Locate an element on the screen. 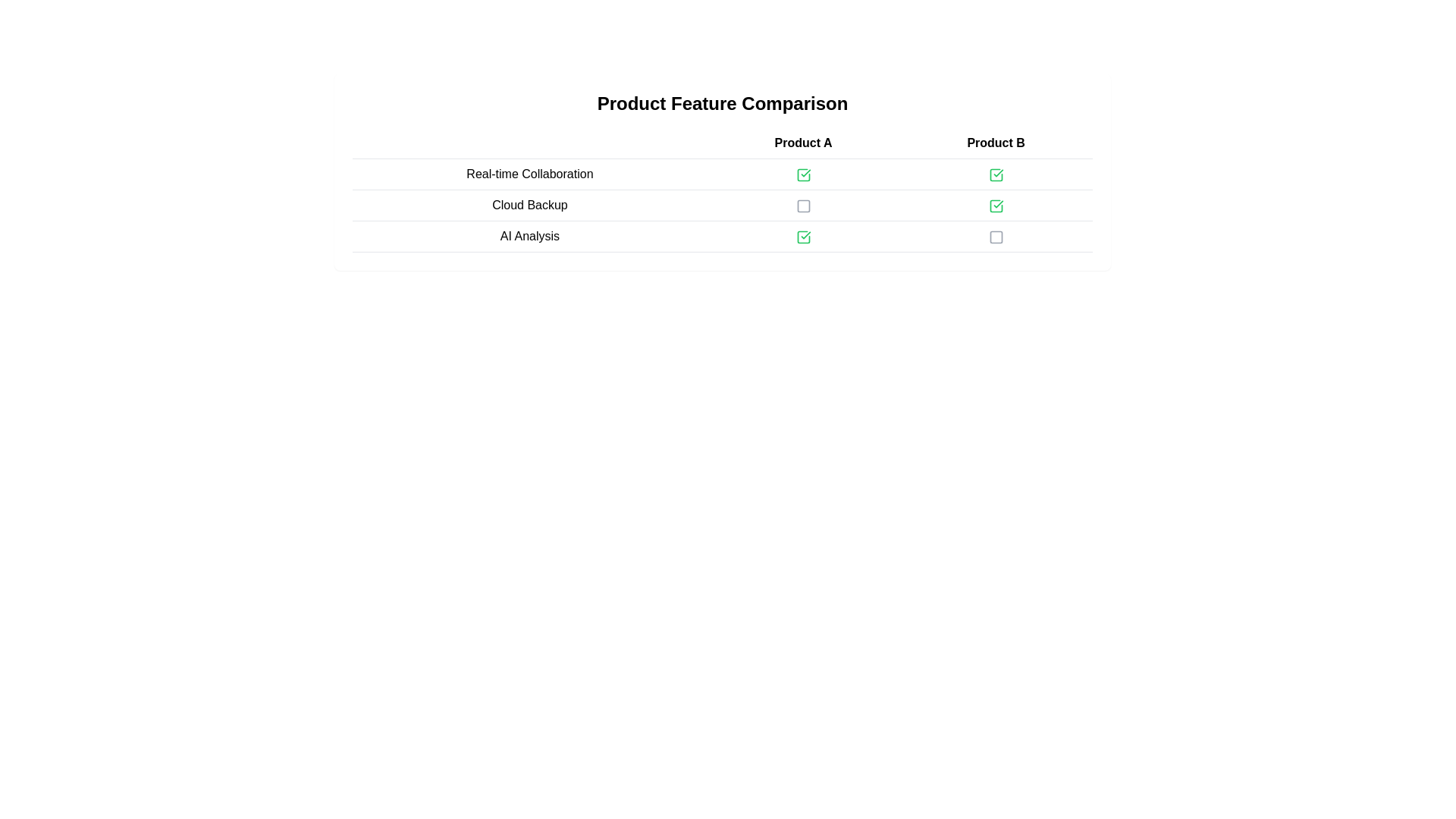 The width and height of the screenshot is (1456, 819). icon representing feature availability for 'Product B' in the 'Real-time Collaboration' comparison table is located at coordinates (996, 174).